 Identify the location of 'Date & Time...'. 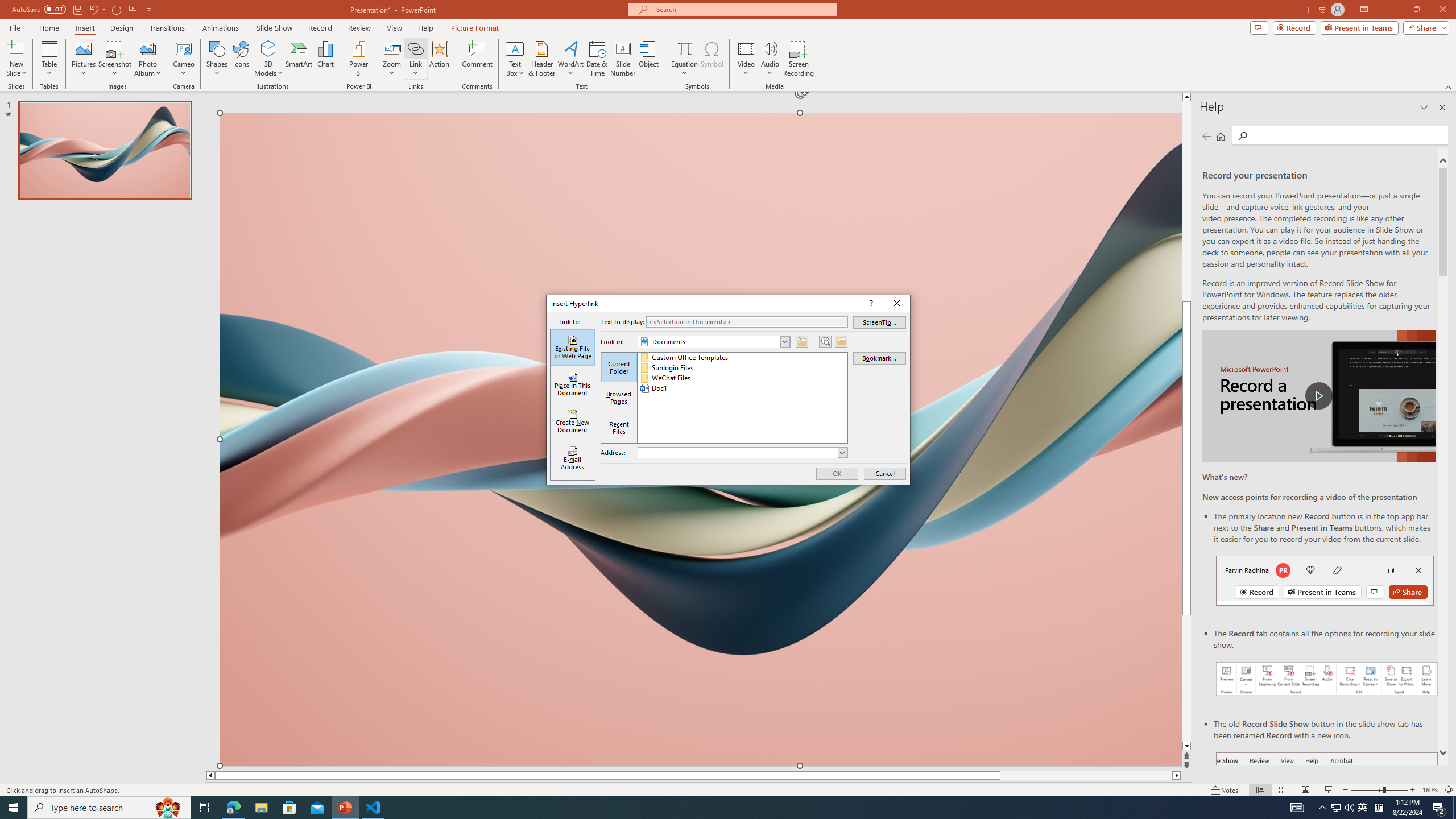
(596, 59).